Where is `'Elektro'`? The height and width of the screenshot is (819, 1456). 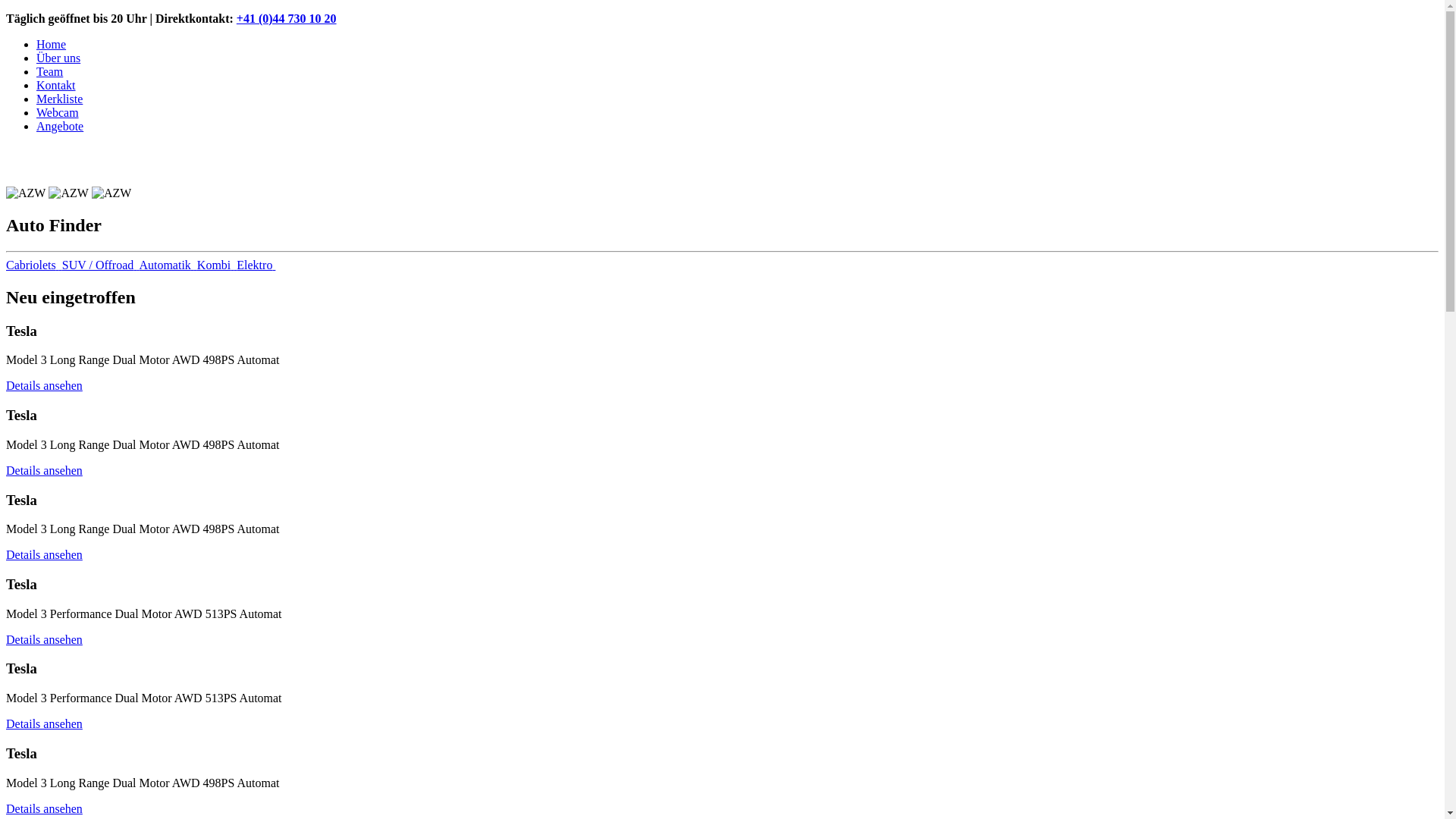 'Elektro' is located at coordinates (256, 264).